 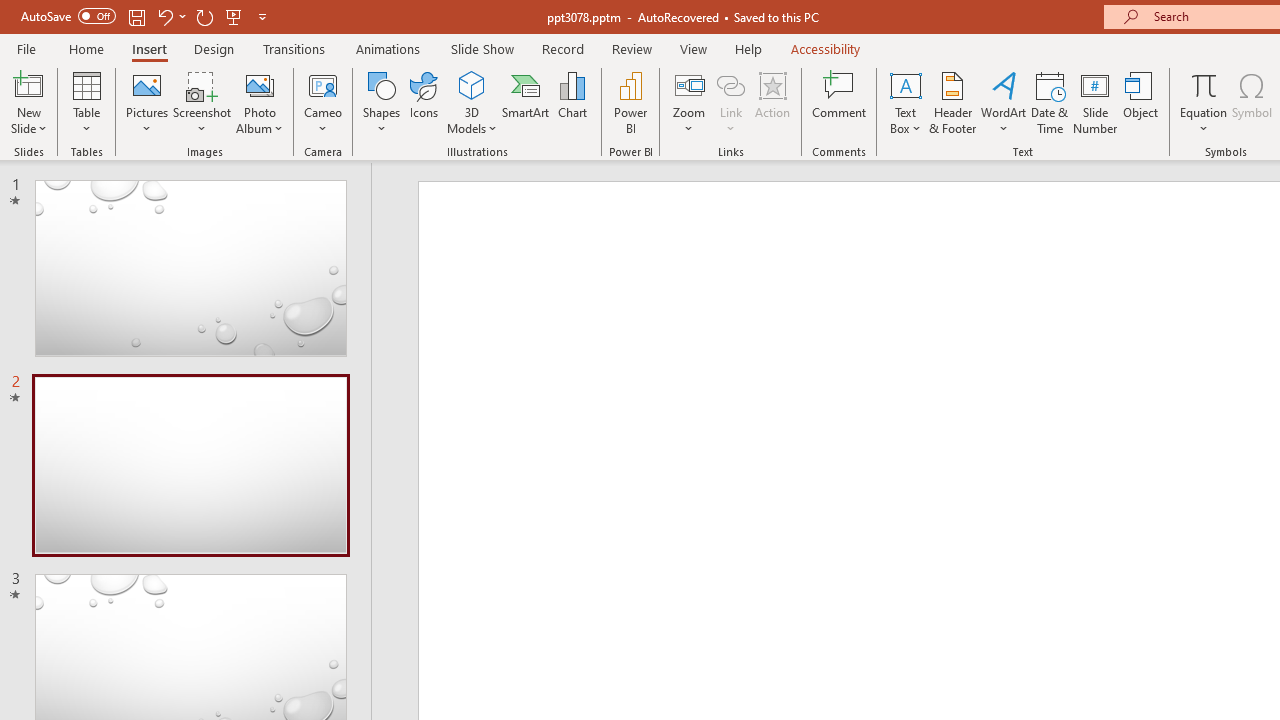 I want to click on '3D Models', so click(x=471, y=84).